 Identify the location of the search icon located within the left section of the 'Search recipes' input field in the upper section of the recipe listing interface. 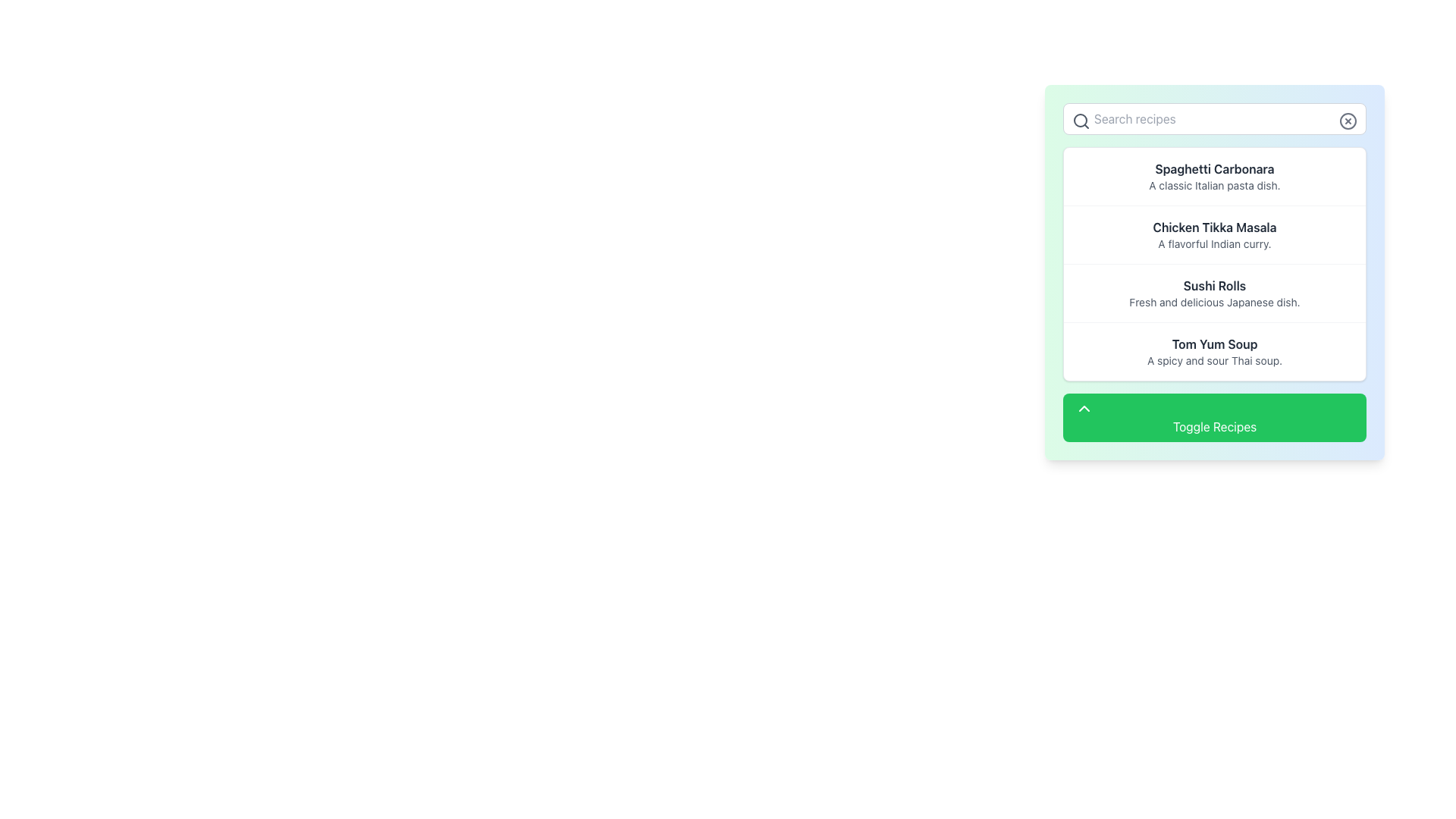
(1080, 120).